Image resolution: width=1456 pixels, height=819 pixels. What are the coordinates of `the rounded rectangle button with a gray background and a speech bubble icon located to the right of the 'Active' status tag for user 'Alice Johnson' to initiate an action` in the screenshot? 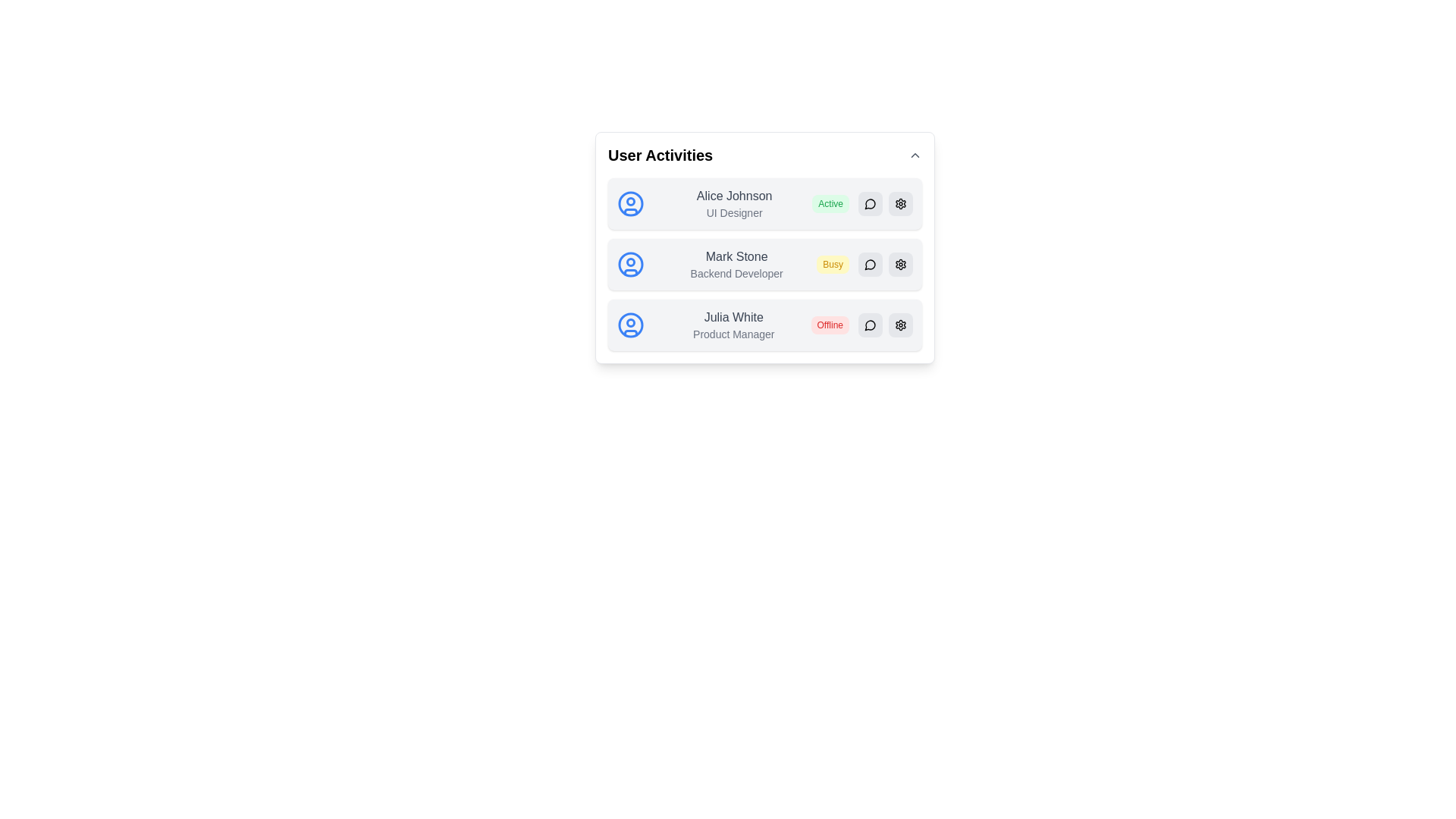 It's located at (870, 203).